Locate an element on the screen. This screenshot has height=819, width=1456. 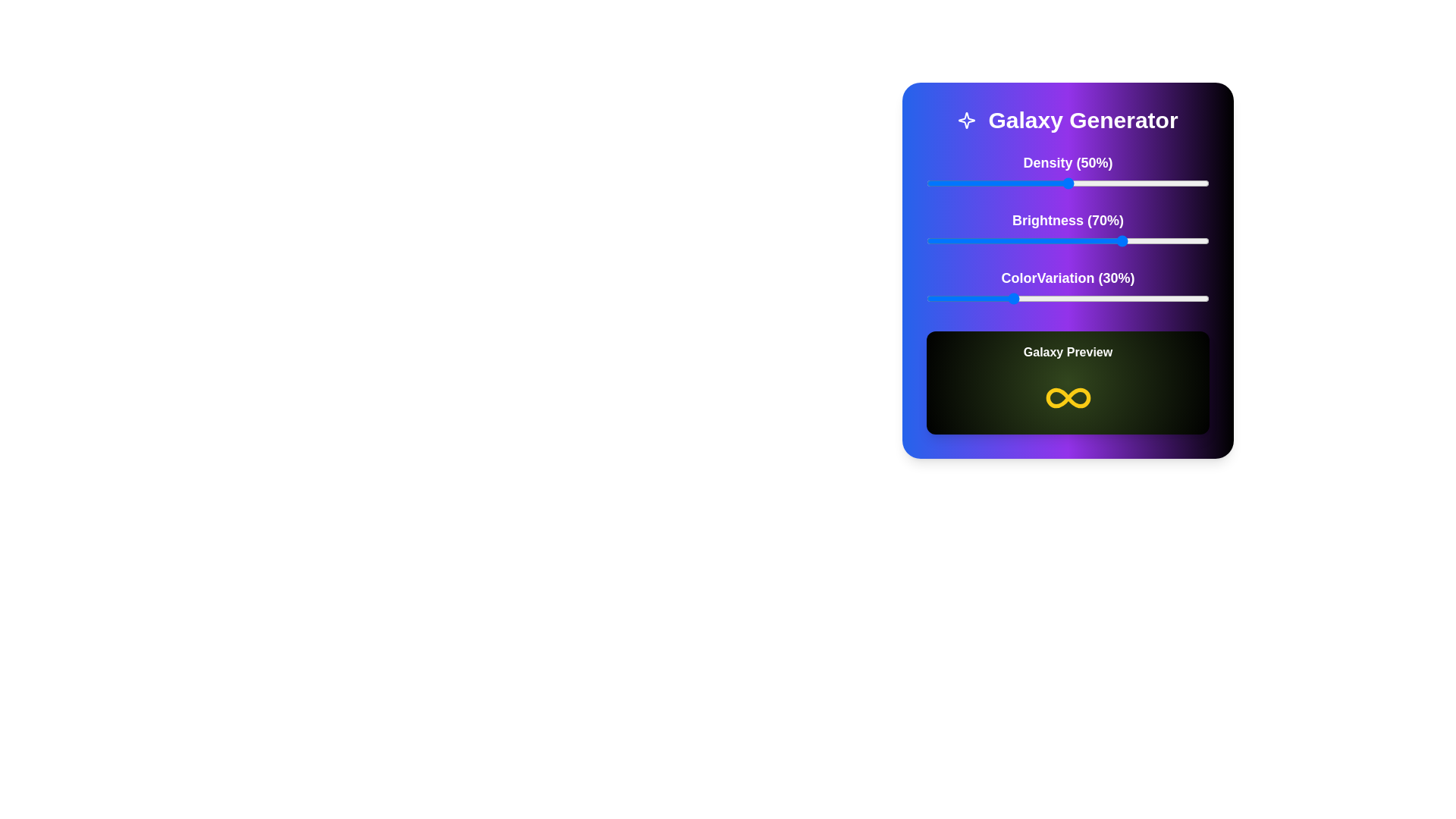
the 'Galaxy Generator' title to focus on it is located at coordinates (1067, 119).